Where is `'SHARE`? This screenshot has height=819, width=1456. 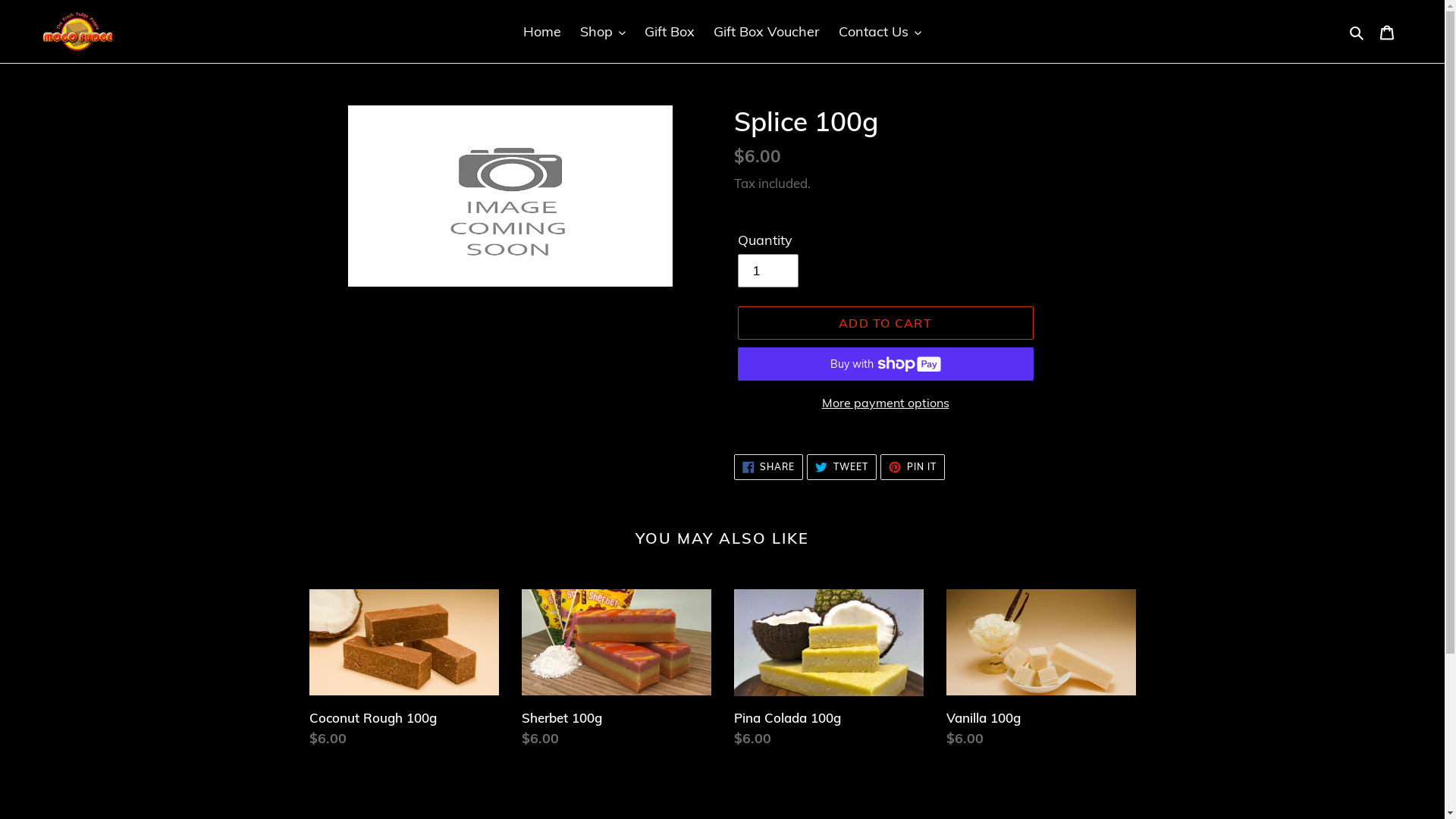 'SHARE is located at coordinates (768, 466).